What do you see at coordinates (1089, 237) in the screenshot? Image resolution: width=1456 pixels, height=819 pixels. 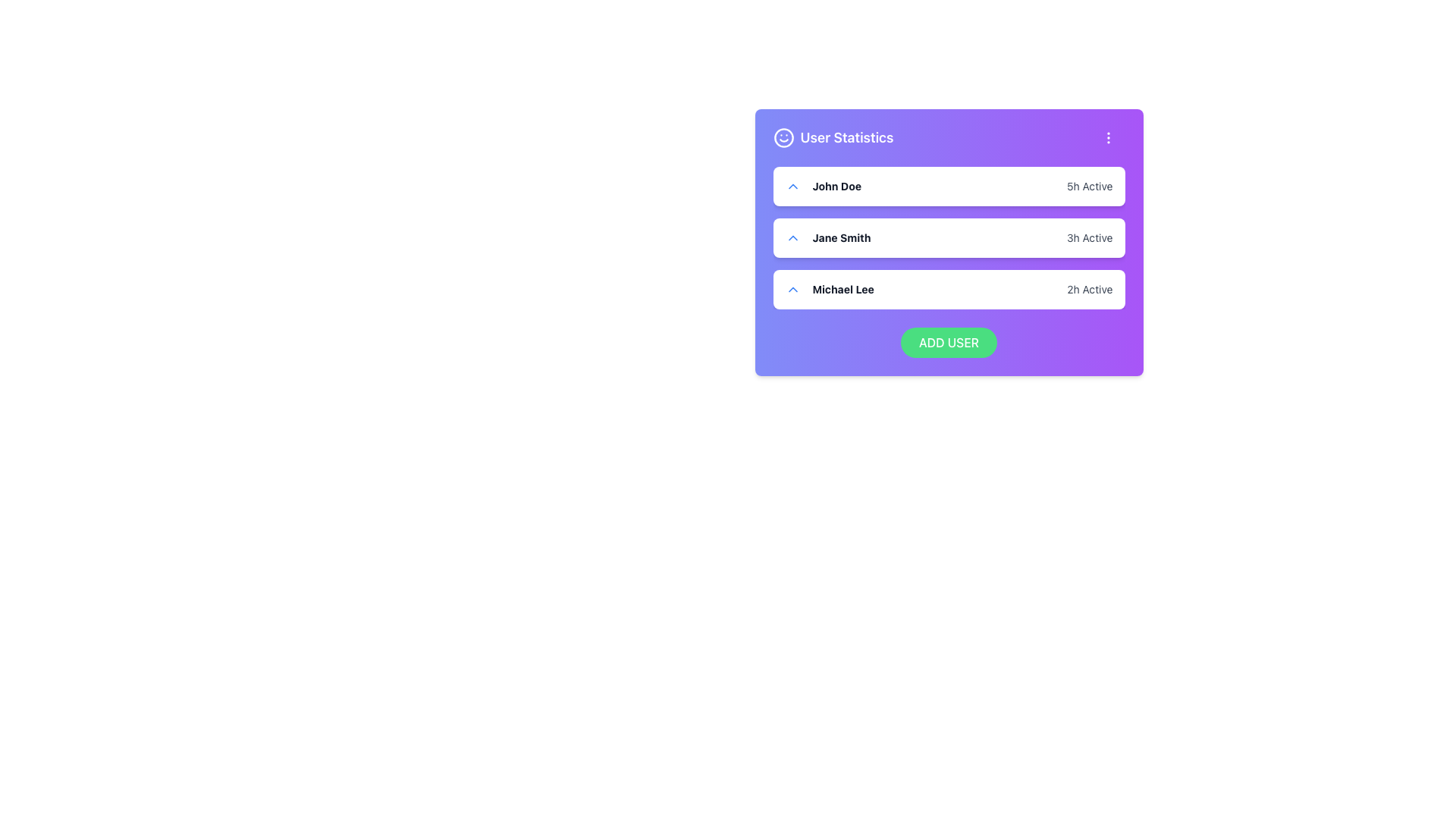 I see `the text content of the activity status label for user 'Jane Smith', which indicates the duration of her last recorded activity` at bounding box center [1089, 237].